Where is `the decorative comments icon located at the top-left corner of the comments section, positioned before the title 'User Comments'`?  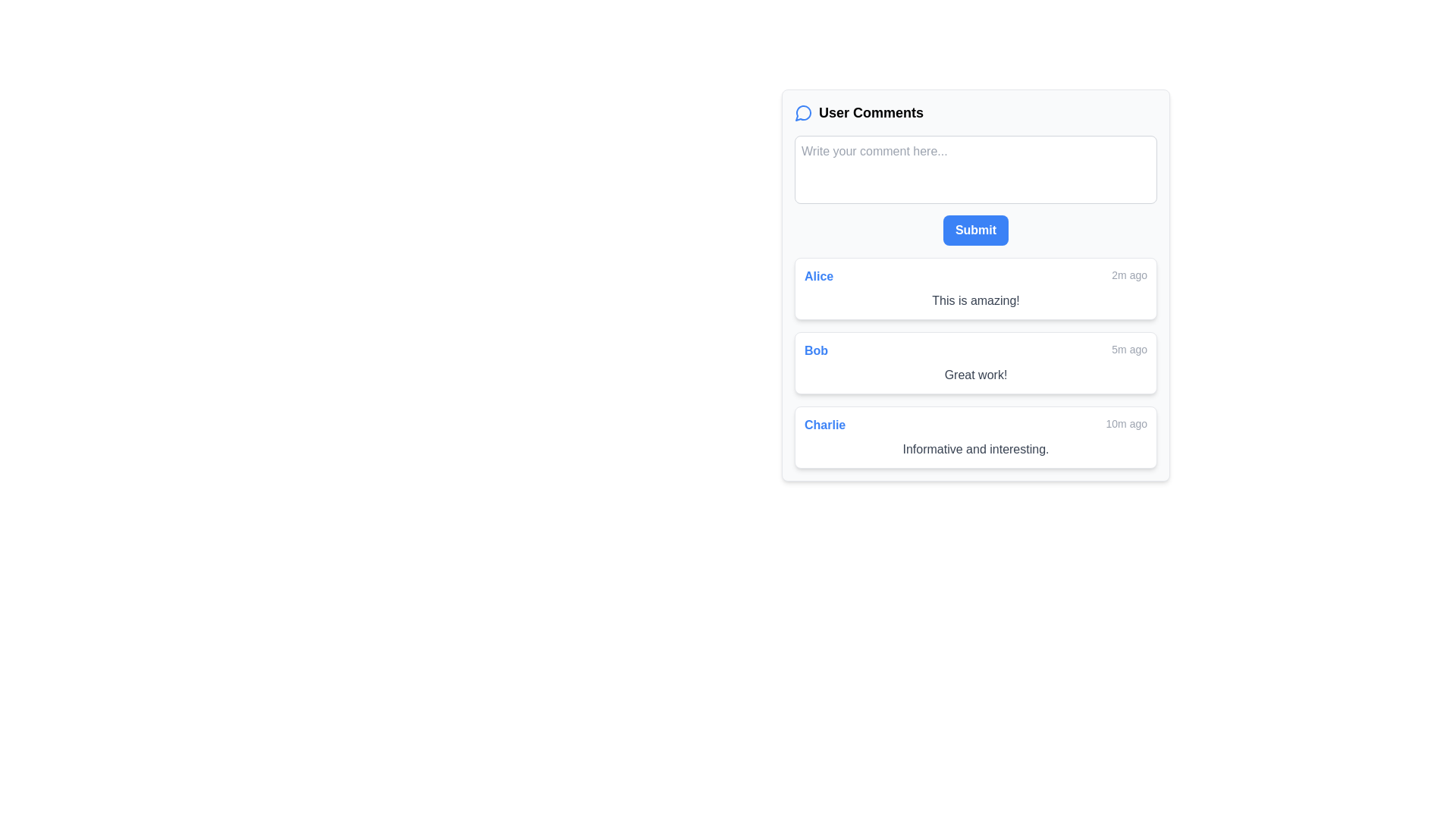 the decorative comments icon located at the top-left corner of the comments section, positioned before the title 'User Comments' is located at coordinates (803, 112).